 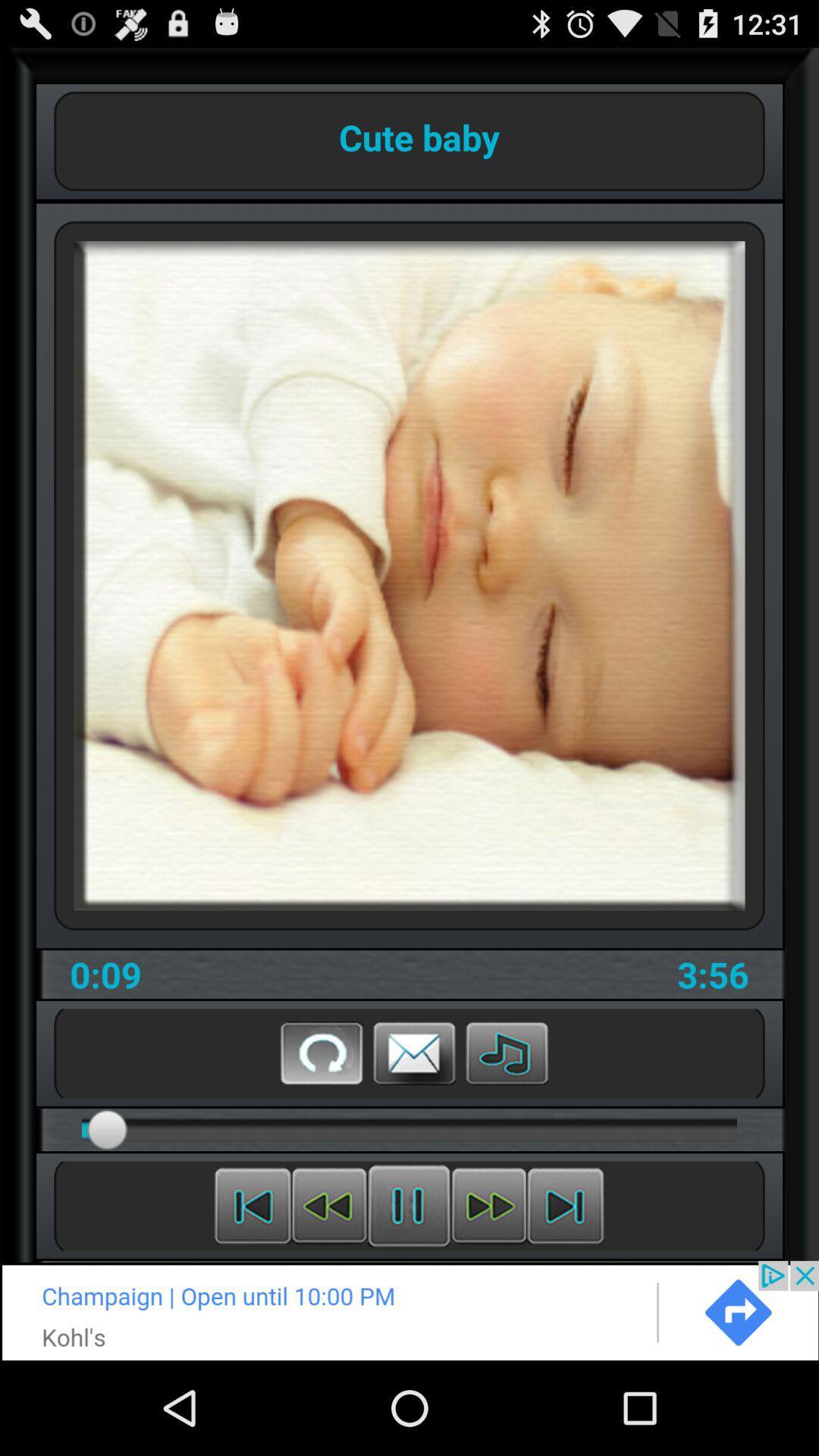 I want to click on the skip_previous icon, so click(x=252, y=1290).